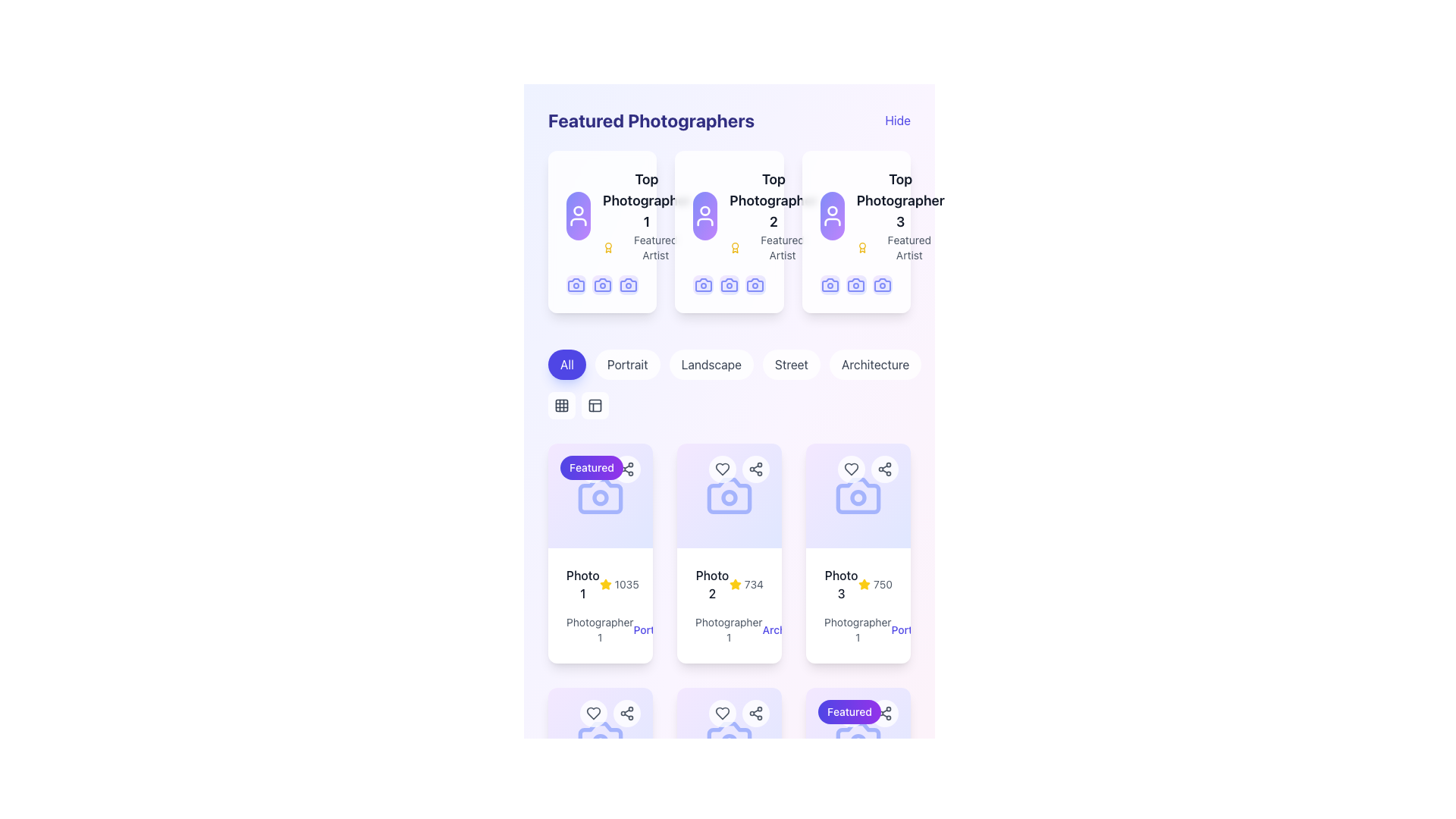 This screenshot has width=1456, height=819. What do you see at coordinates (600, 497) in the screenshot?
I see `the decorative graphic element located at the center of the camera lens within the SVG illustration in the grid under the 'Featured' label` at bounding box center [600, 497].